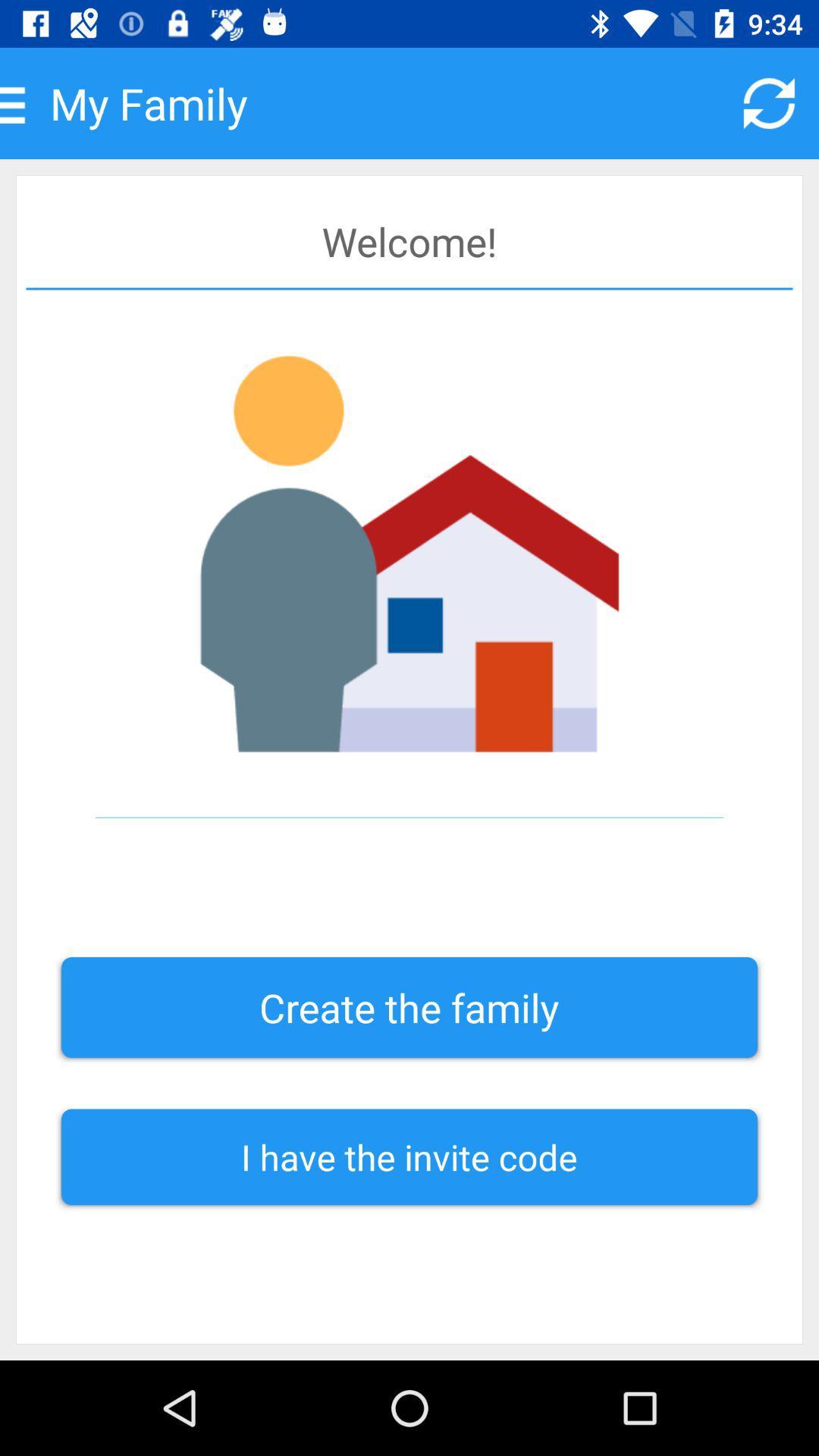 The image size is (819, 1456). I want to click on refresh option, so click(769, 102).